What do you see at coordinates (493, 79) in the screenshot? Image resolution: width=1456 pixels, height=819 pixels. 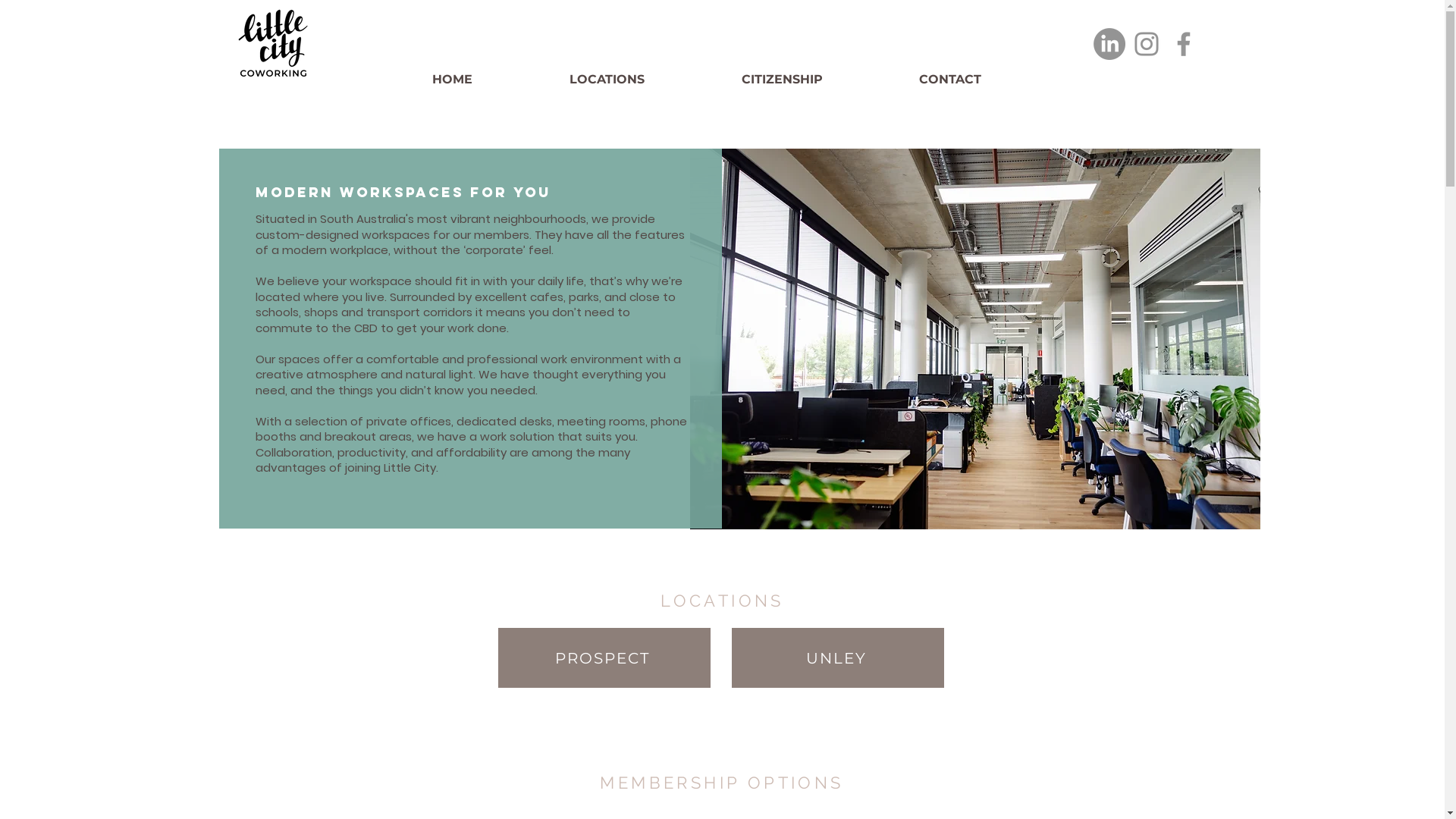 I see `'HOME'` at bounding box center [493, 79].